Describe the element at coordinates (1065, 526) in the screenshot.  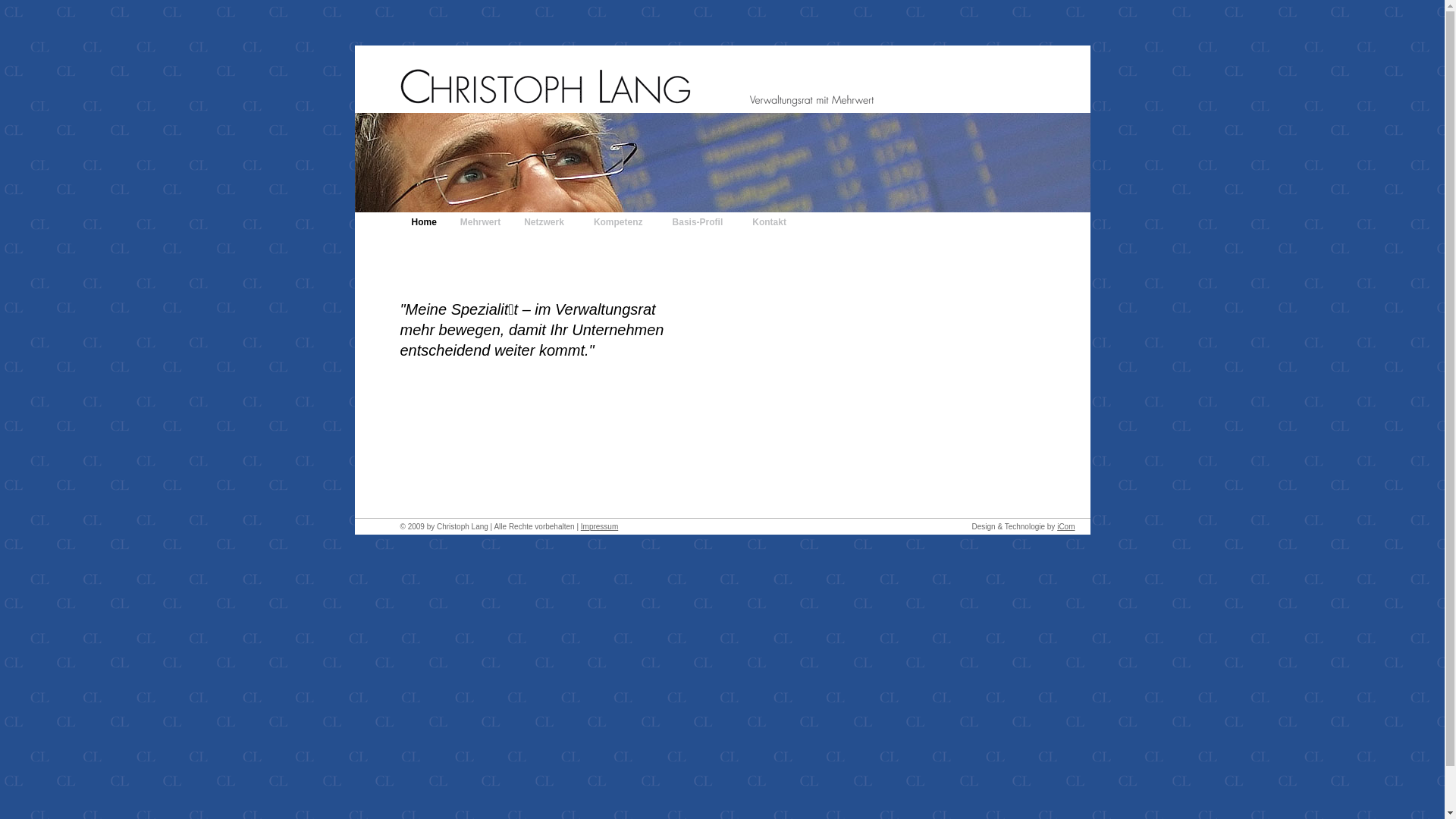
I see `'iCom'` at that location.